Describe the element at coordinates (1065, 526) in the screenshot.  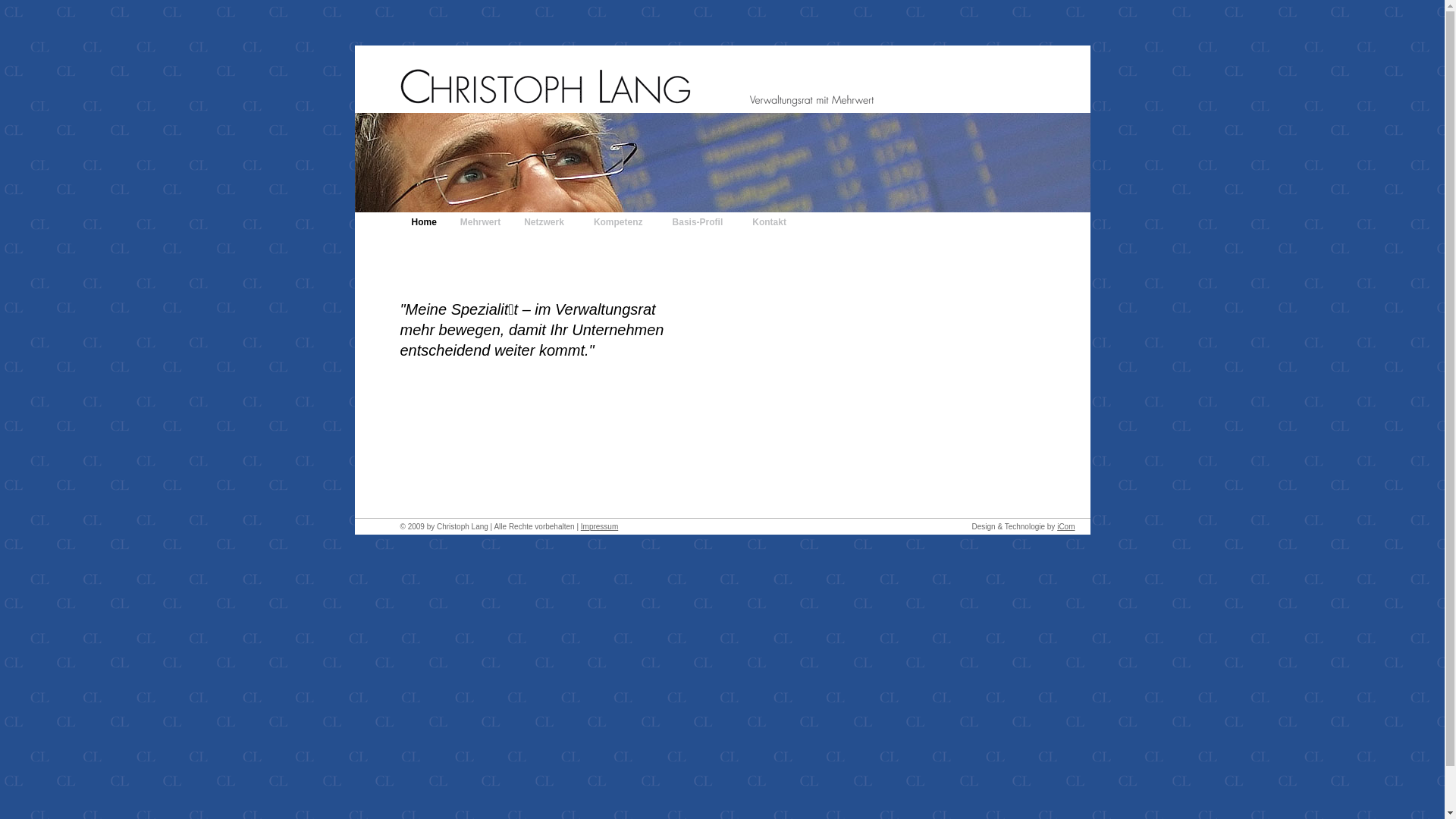
I see `'iCom'` at that location.